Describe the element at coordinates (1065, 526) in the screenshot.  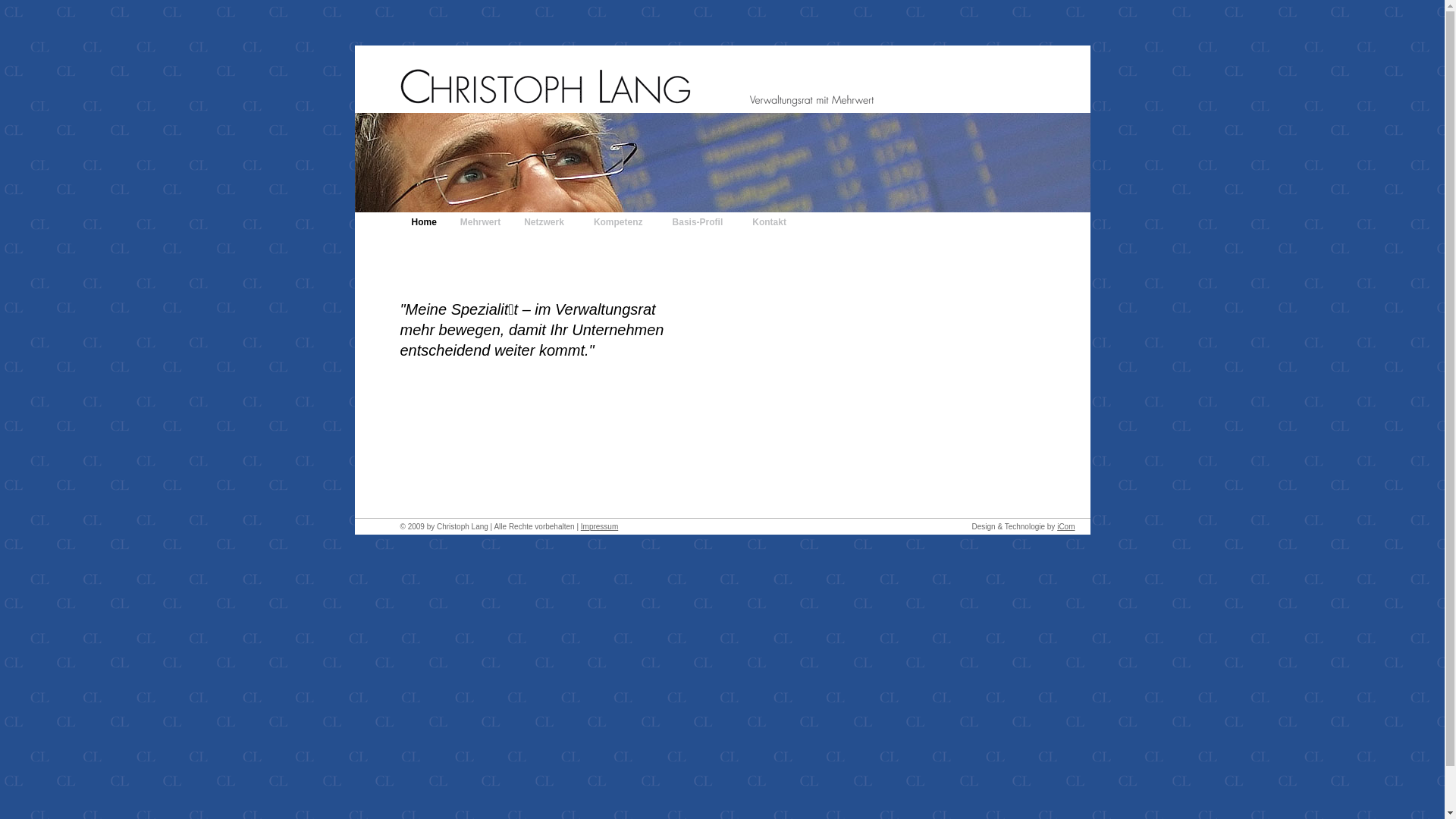
I see `'iCom'` at that location.